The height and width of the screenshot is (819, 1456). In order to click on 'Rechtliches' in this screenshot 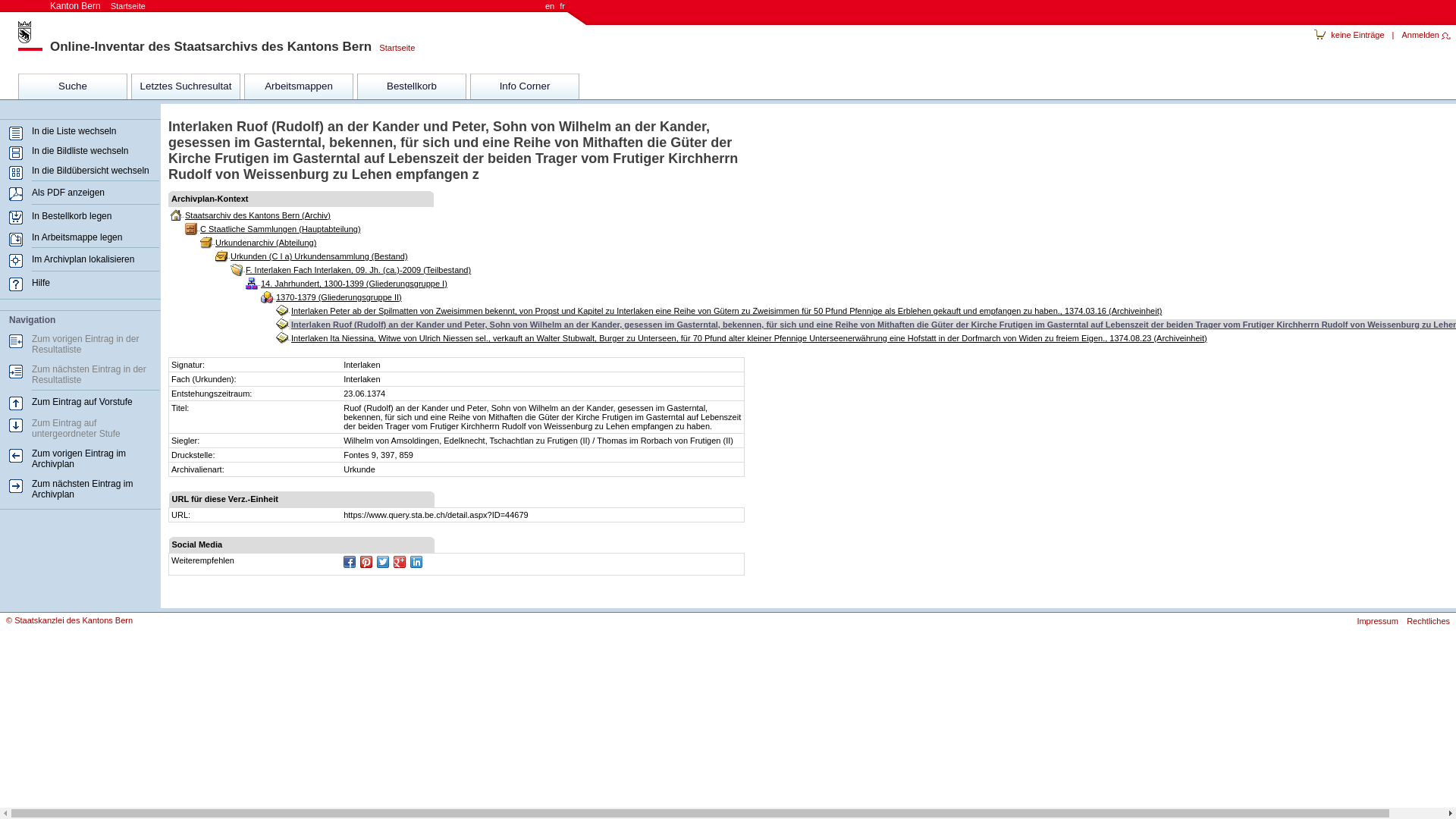, I will do `click(1424, 620)`.